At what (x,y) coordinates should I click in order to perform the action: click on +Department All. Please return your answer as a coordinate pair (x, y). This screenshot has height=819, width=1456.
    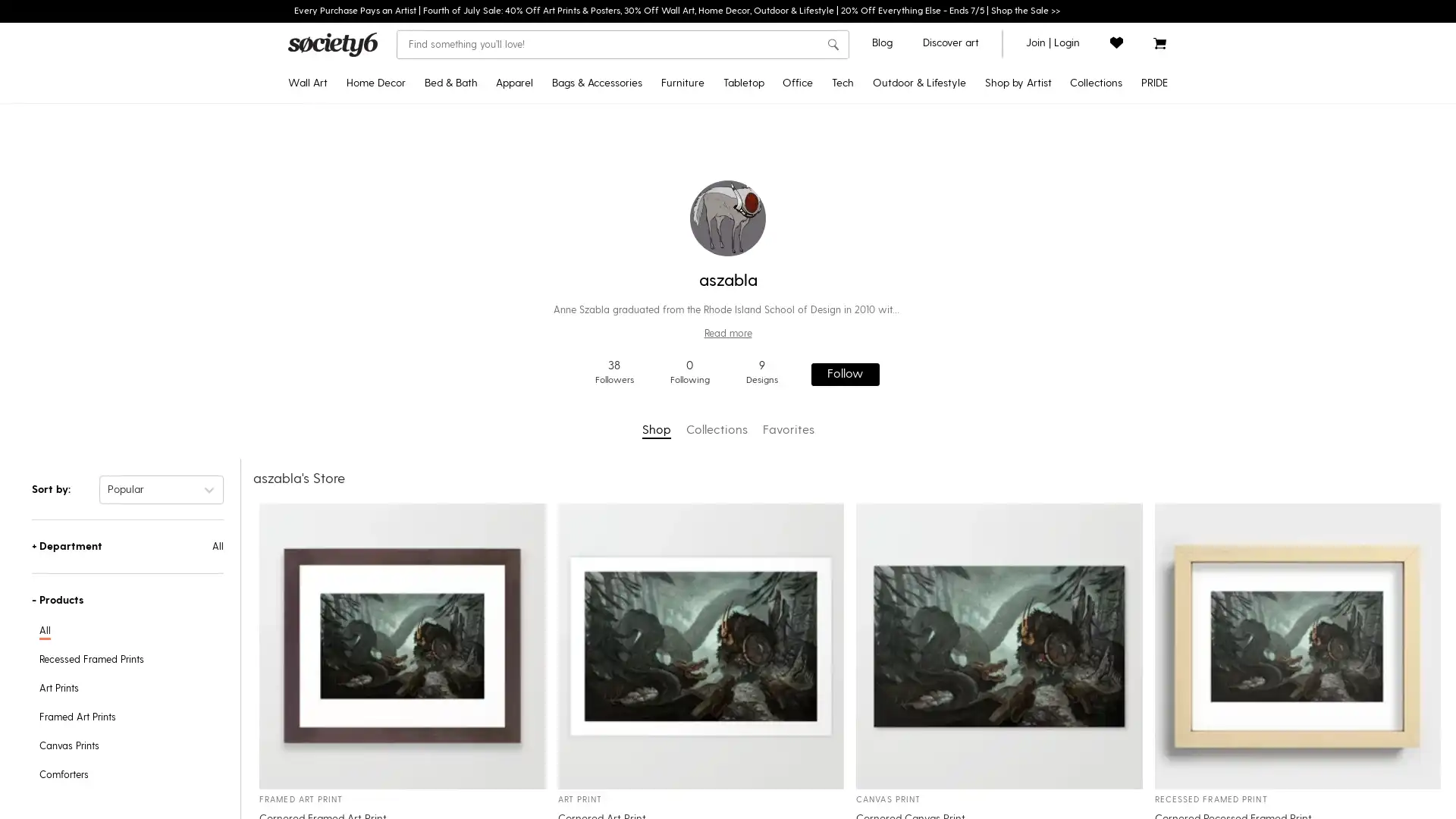
    Looking at the image, I should click on (127, 546).